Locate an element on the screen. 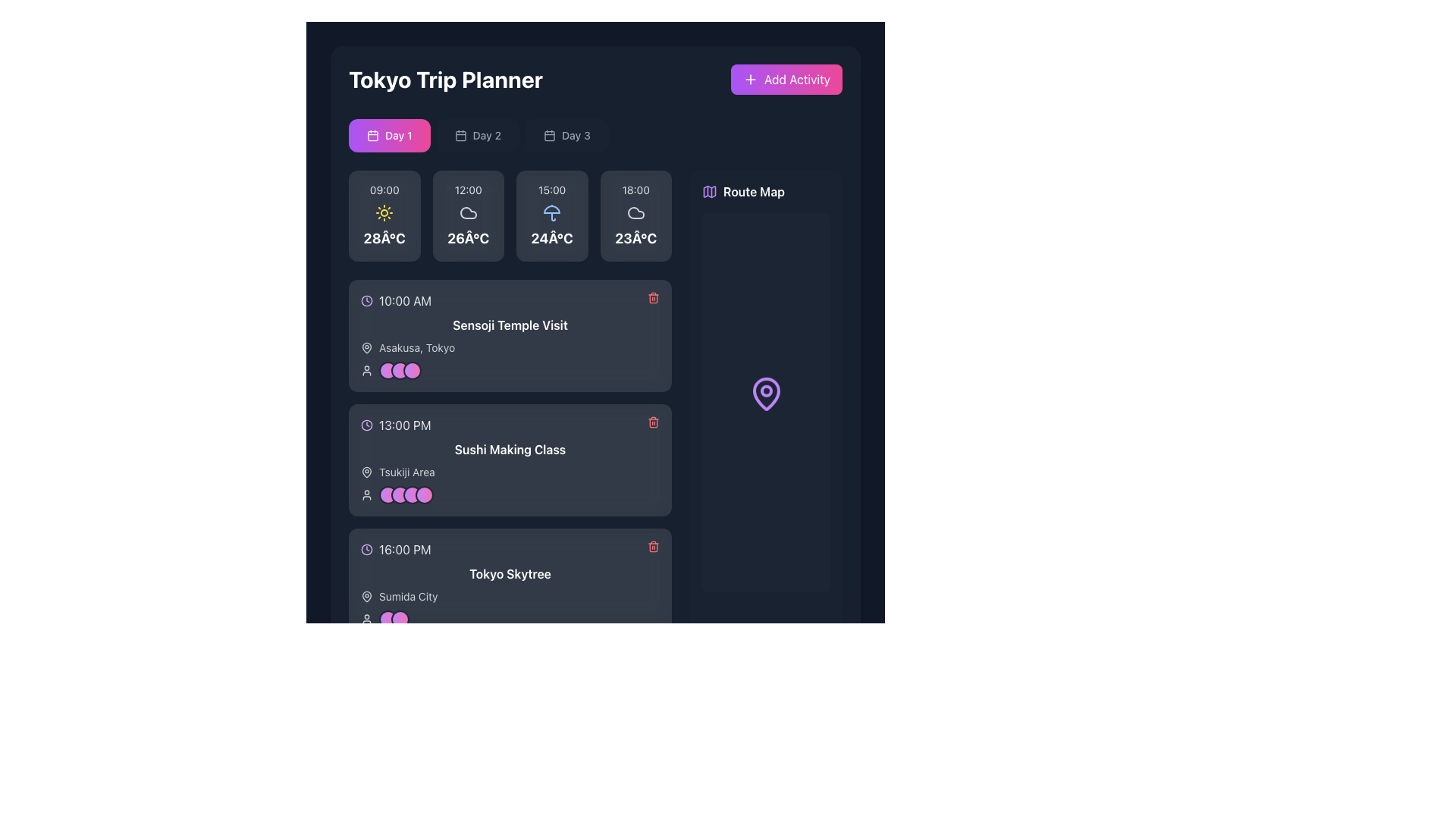 This screenshot has width=1456, height=819. the decorative map icon located in the 'Route Map' section, positioned to the right of the main itinerary section is located at coordinates (709, 191).